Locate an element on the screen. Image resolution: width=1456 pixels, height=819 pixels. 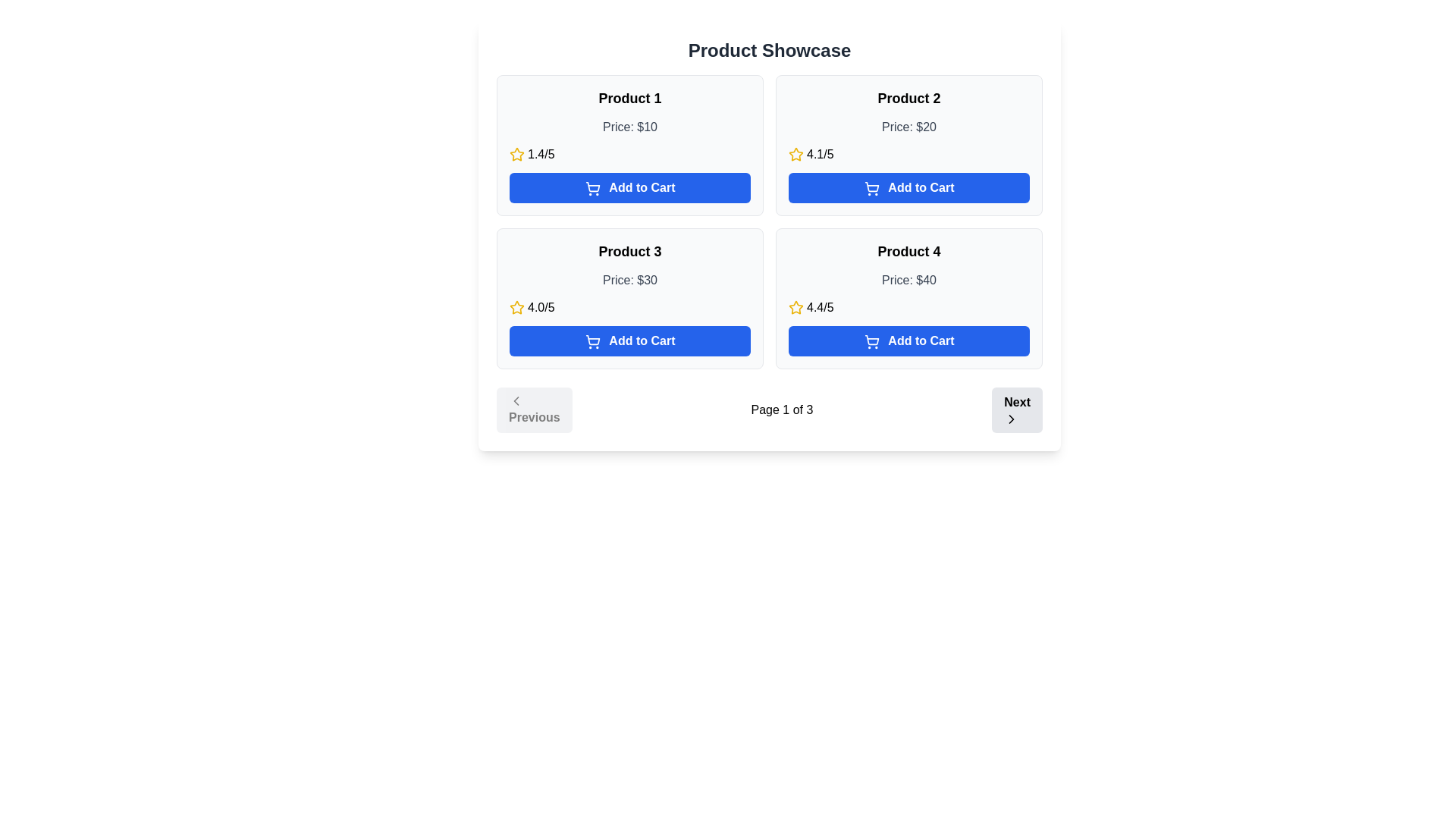
the 'Add to Cart' button located in the first row and first column of the product grid, which features a blue background, white text, and a shopping cart icon is located at coordinates (629, 187).